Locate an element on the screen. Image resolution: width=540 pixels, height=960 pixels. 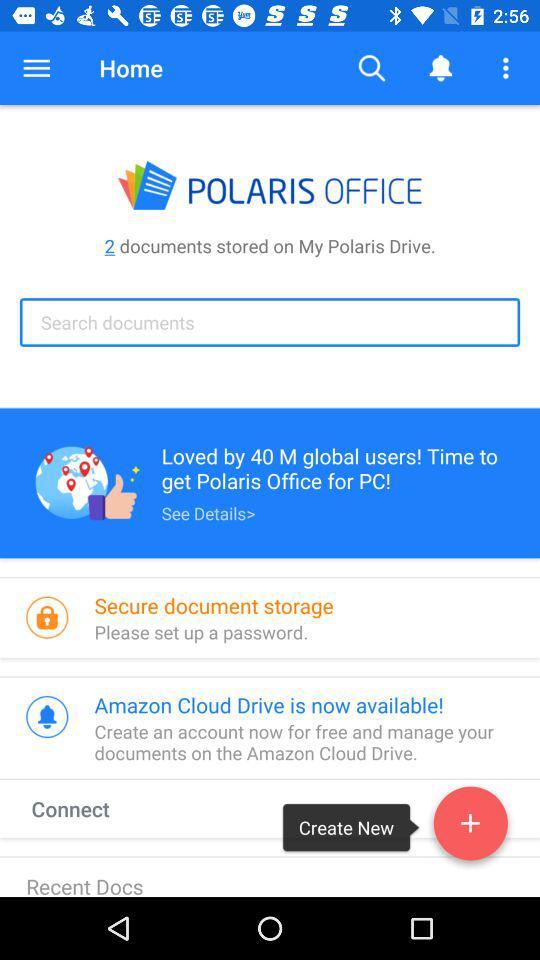
icon next to the create new icon is located at coordinates (470, 827).